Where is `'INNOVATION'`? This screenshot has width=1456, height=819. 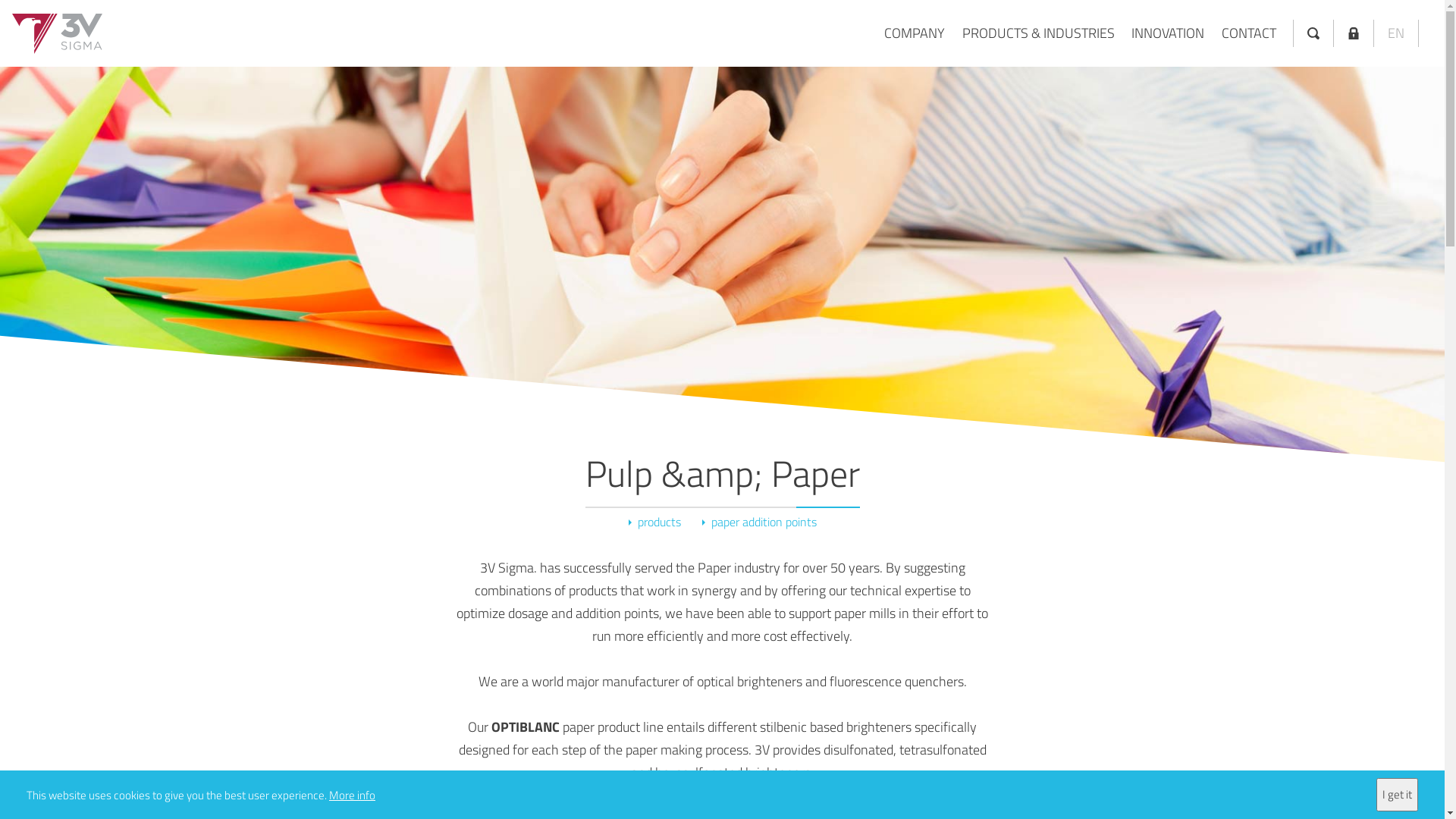
'INNOVATION' is located at coordinates (1167, 33).